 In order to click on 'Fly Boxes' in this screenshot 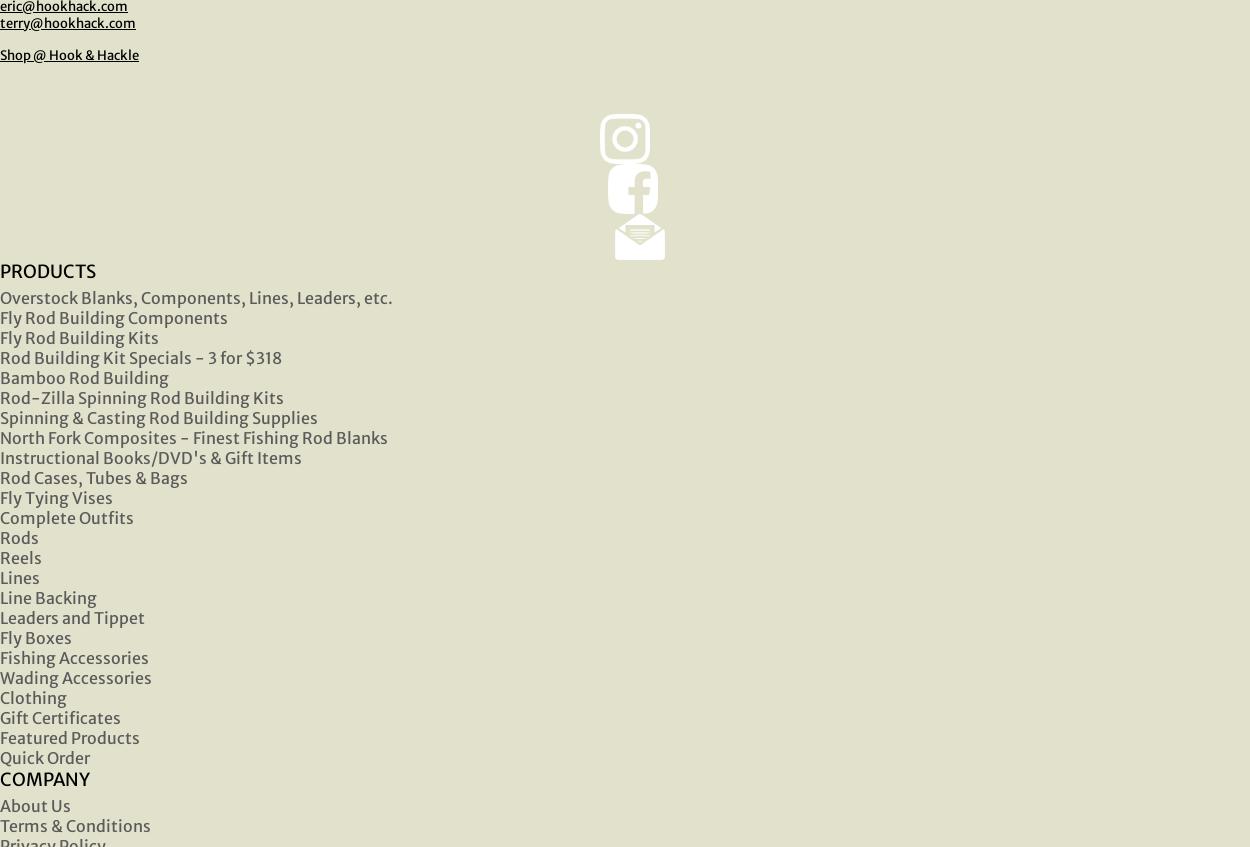, I will do `click(36, 636)`.